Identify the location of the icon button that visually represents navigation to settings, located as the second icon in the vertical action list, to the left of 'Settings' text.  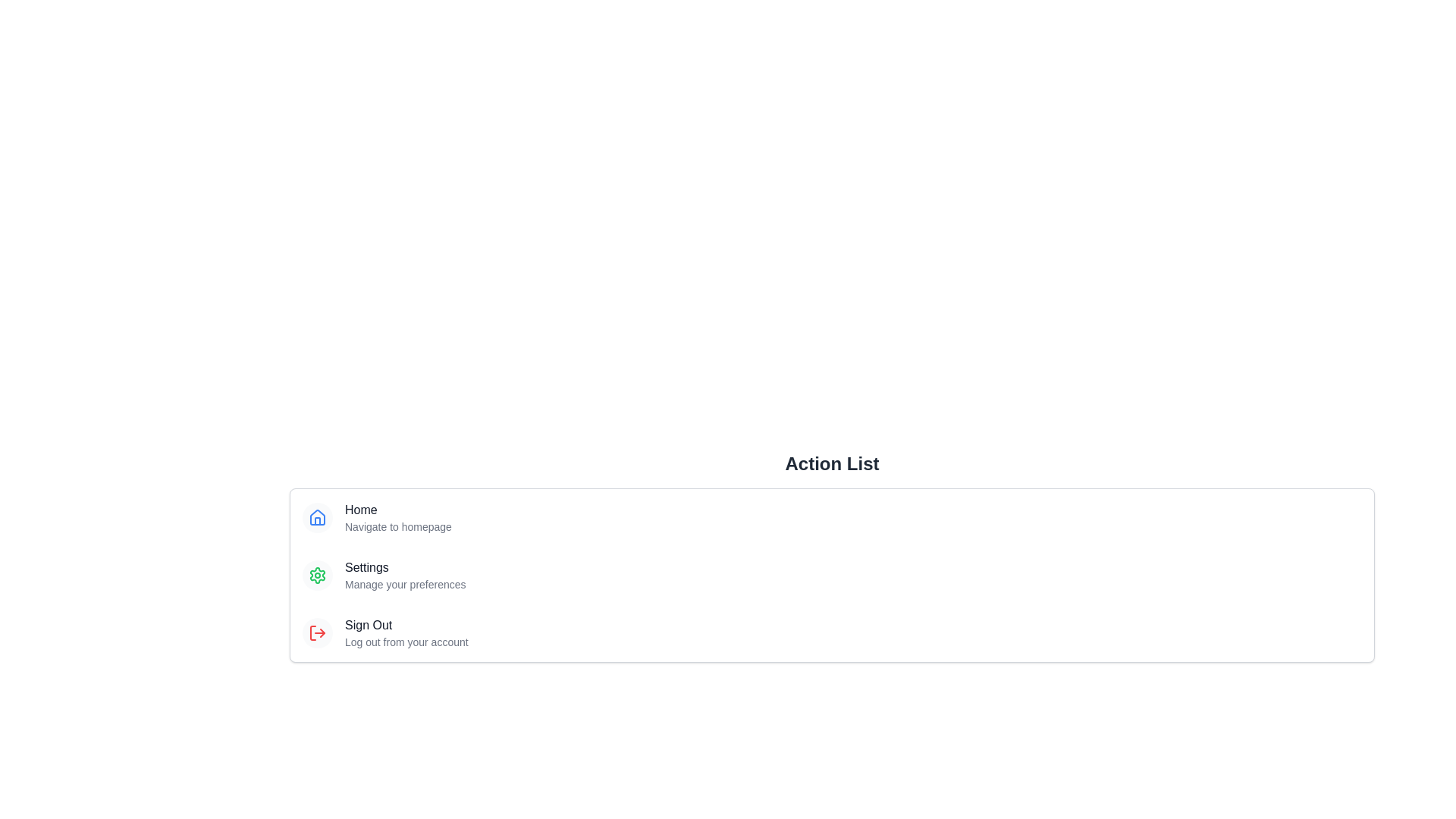
(316, 576).